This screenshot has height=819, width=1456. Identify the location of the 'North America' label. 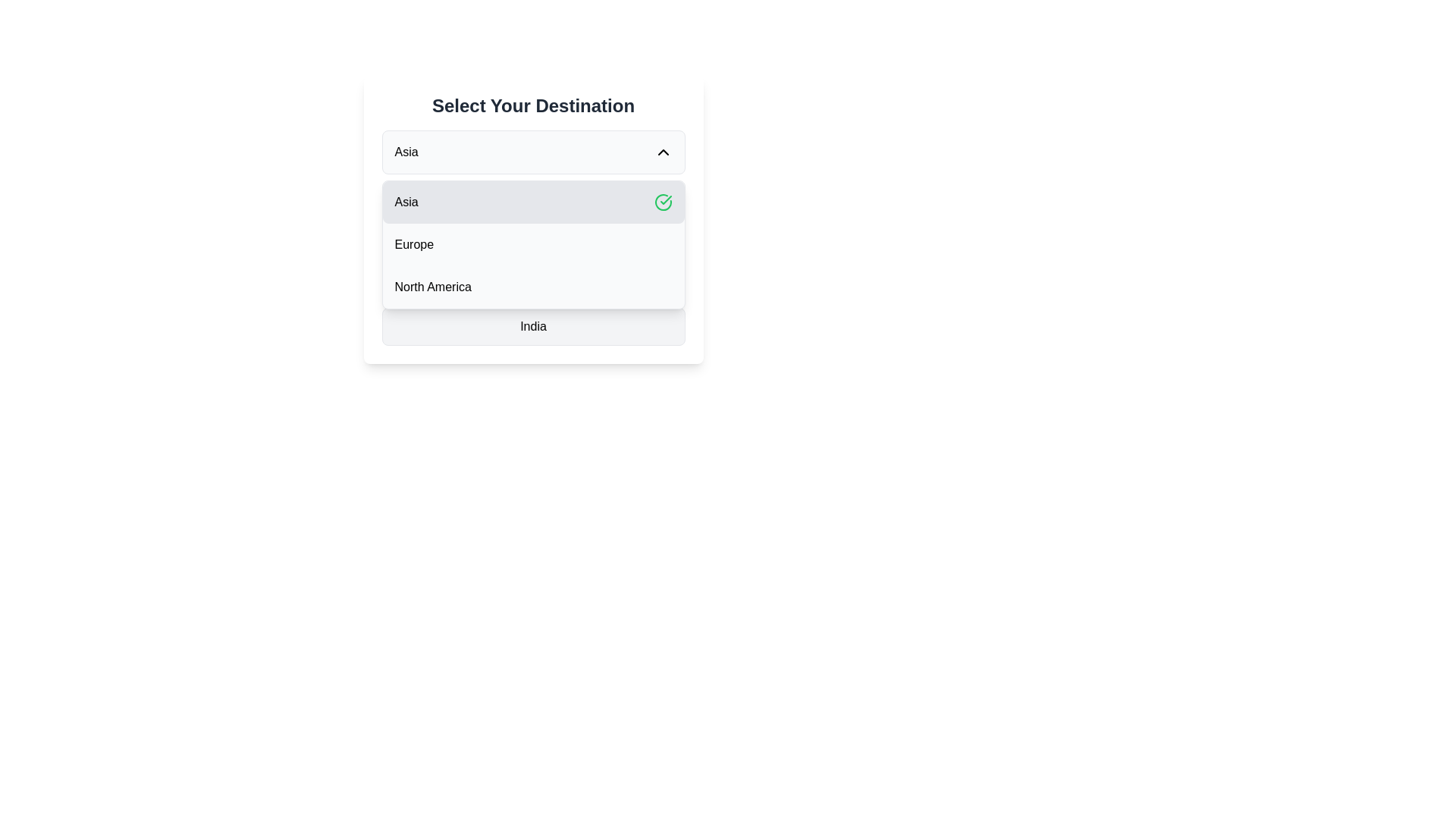
(432, 287).